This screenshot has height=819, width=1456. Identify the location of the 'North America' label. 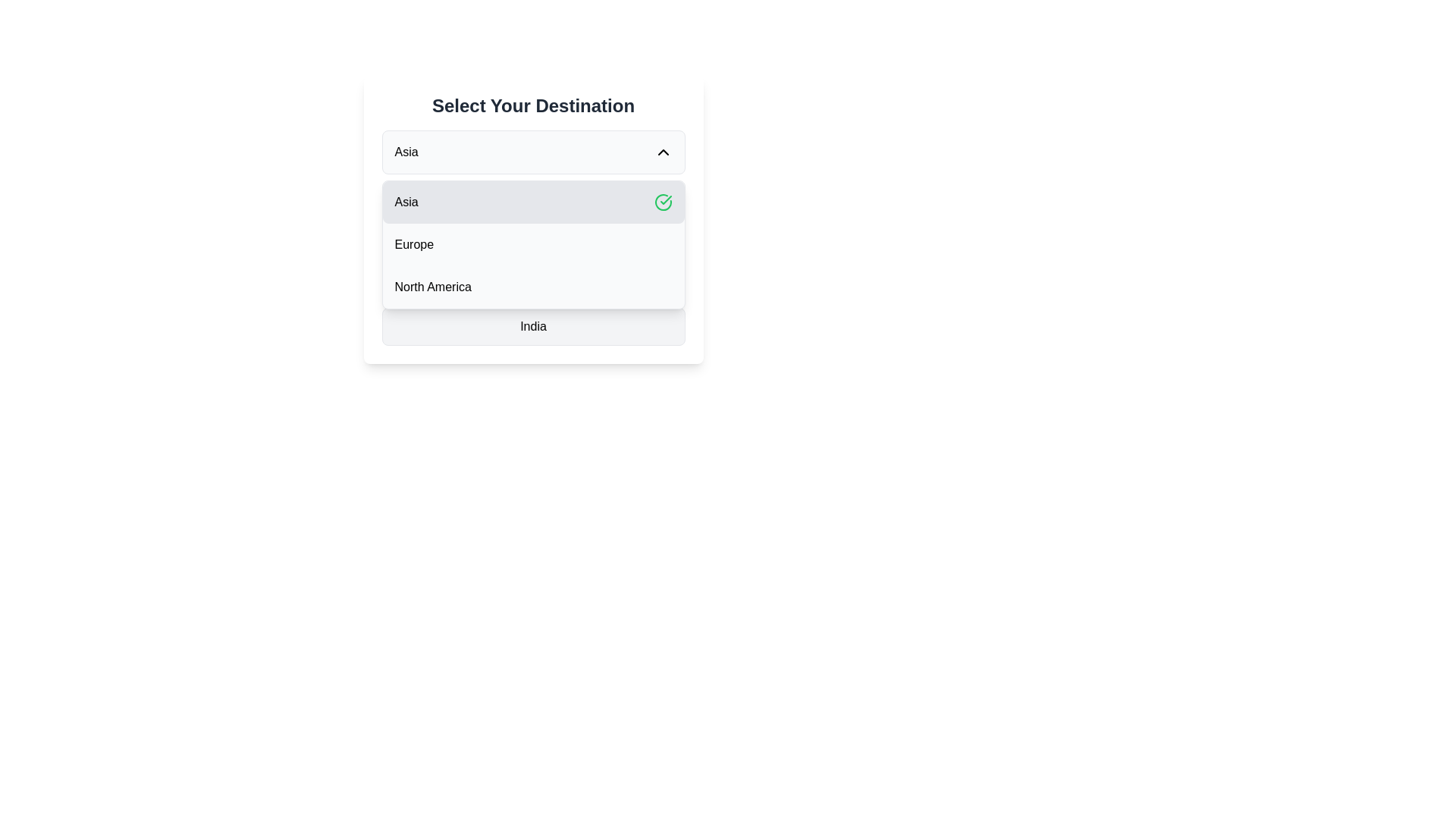
(432, 287).